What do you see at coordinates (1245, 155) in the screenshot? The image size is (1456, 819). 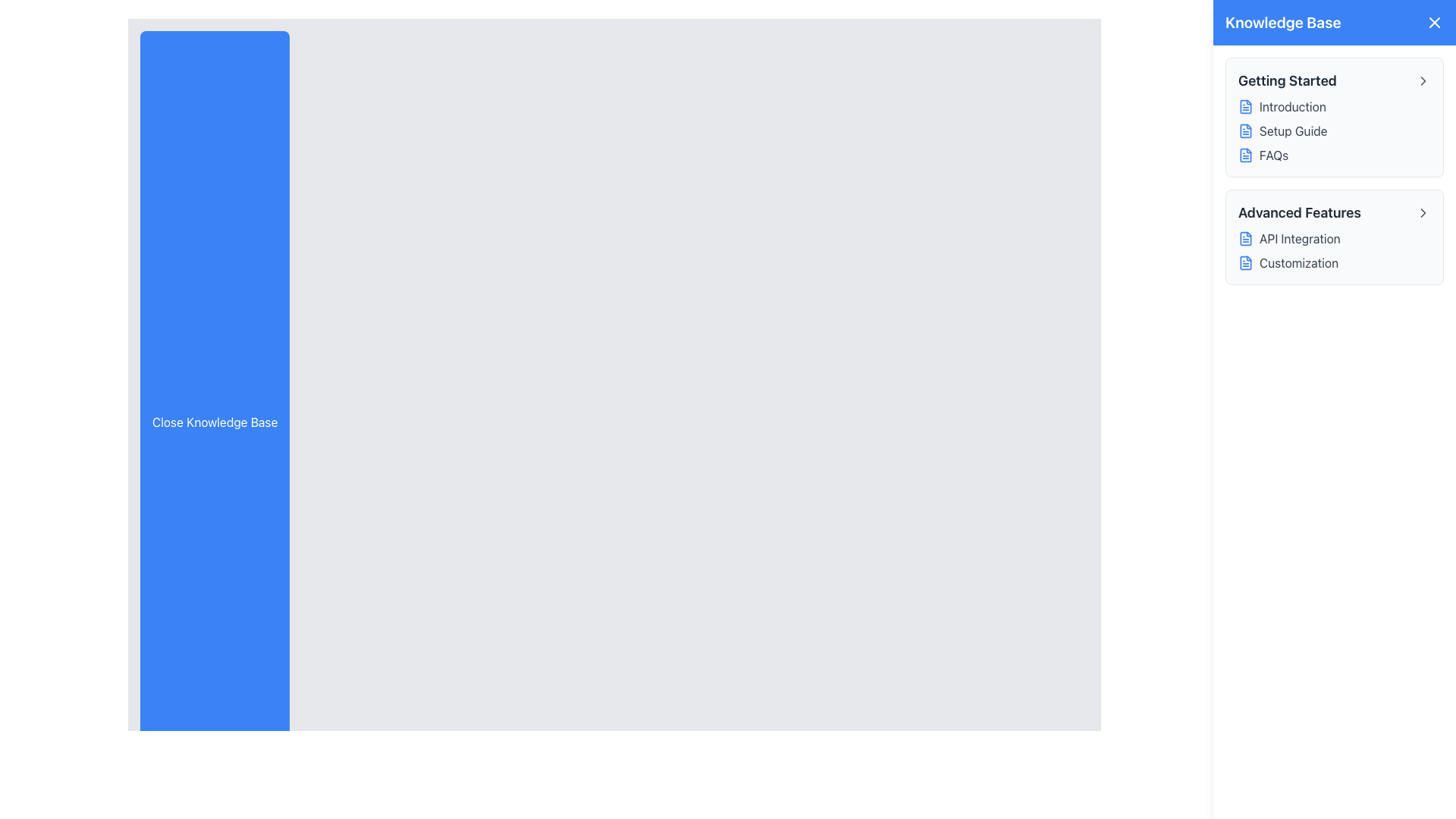 I see `the FAQs icon in the Getting Started section` at bounding box center [1245, 155].